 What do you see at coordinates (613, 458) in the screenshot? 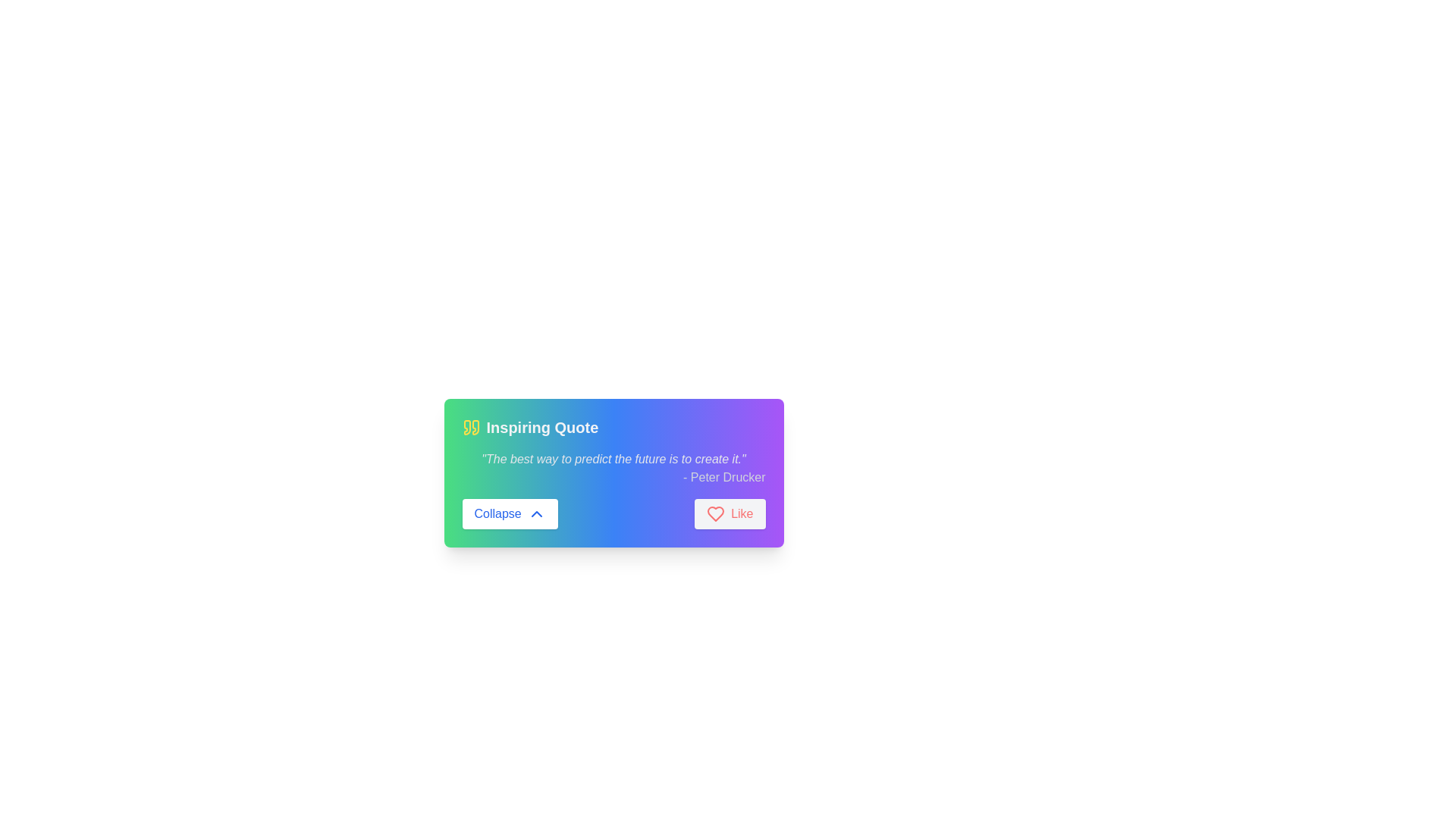
I see `the text label displaying the quote 'The best way to predict the future is to create it.' which is styled in italic and light gray, positioned at the top-middle of the card interface` at bounding box center [613, 458].